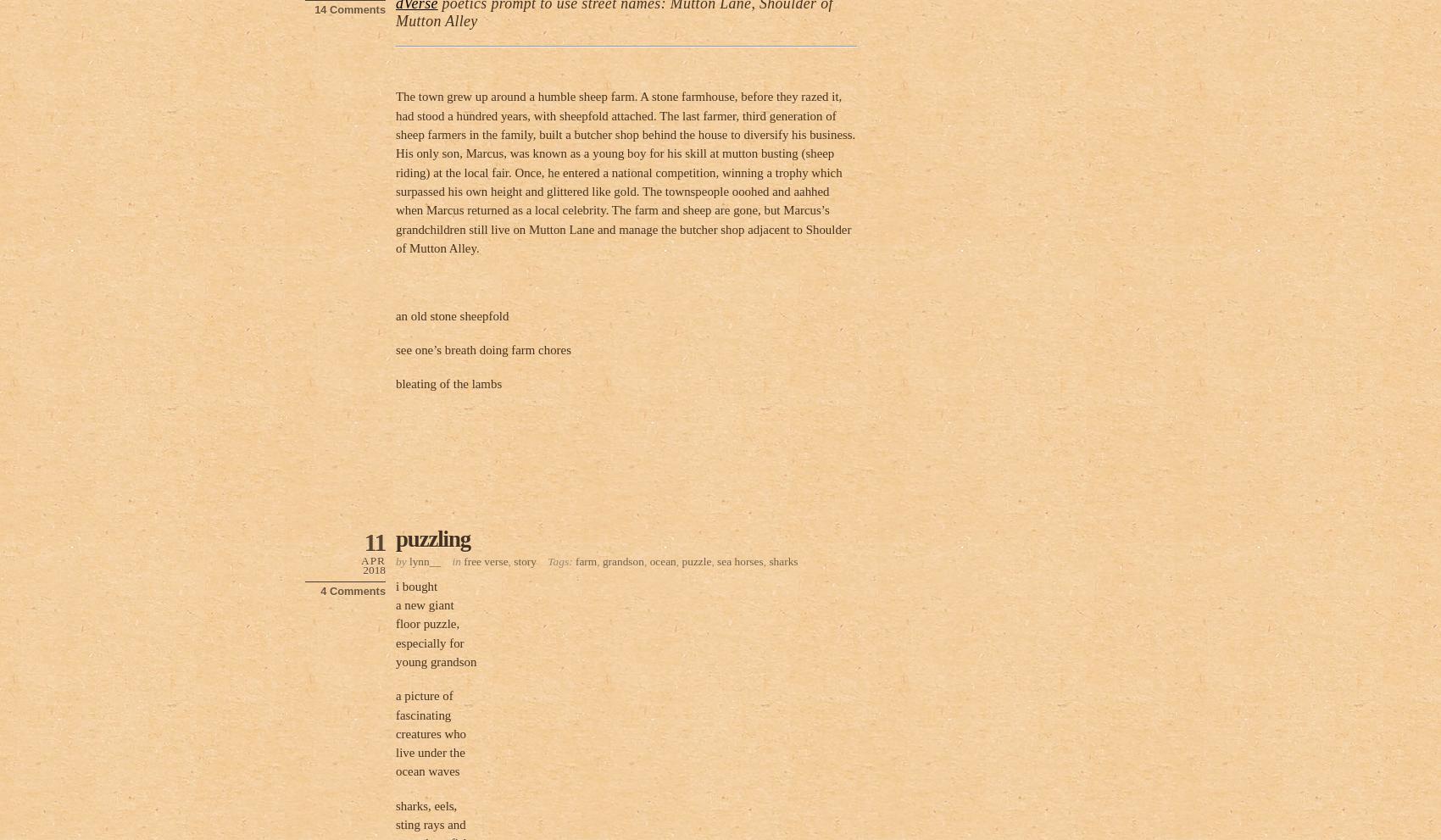 This screenshot has width=1441, height=840. What do you see at coordinates (436, 662) in the screenshot?
I see `'young grandson'` at bounding box center [436, 662].